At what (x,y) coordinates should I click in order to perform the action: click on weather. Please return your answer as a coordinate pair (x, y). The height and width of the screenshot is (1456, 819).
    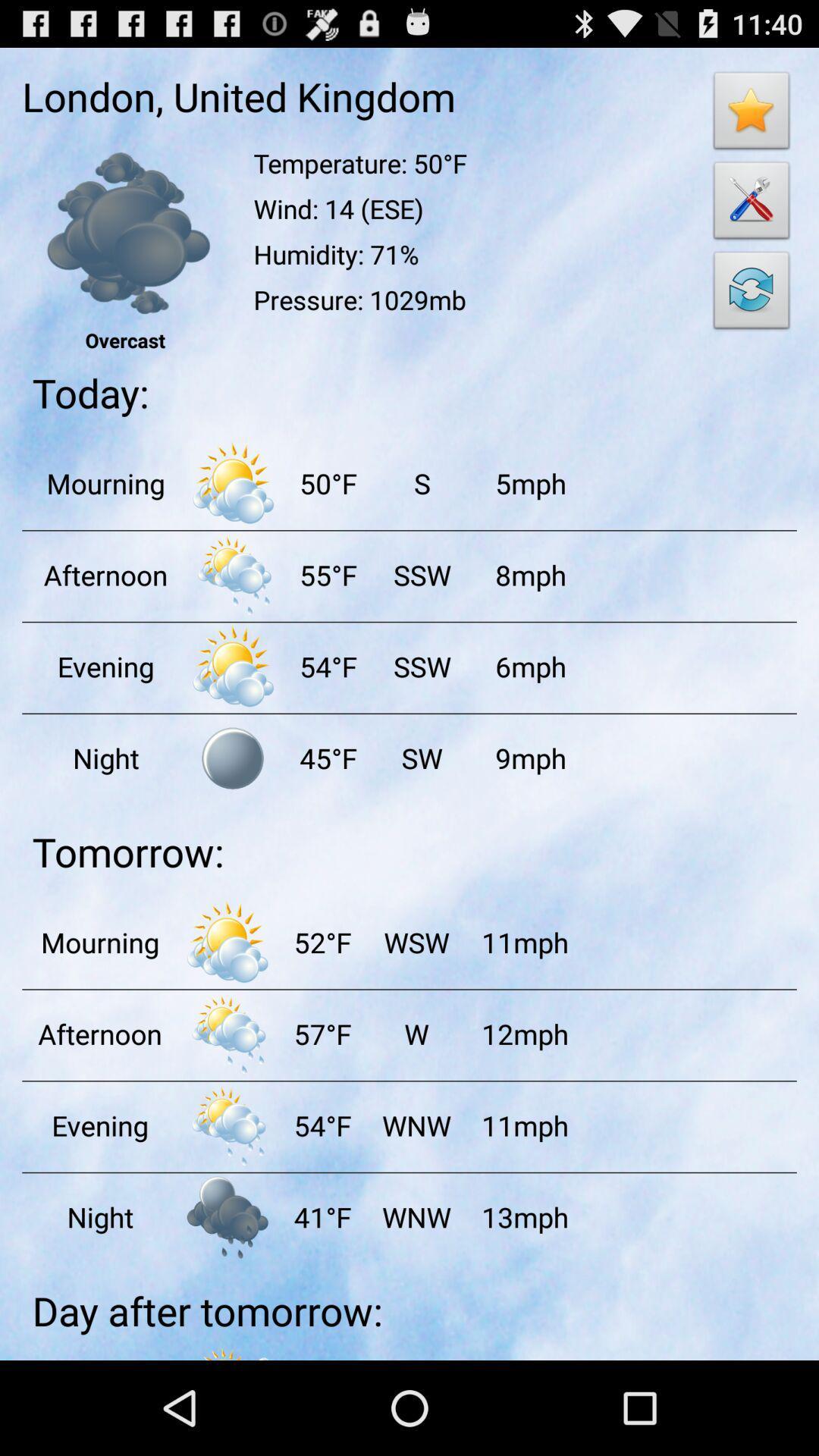
    Looking at the image, I should click on (233, 666).